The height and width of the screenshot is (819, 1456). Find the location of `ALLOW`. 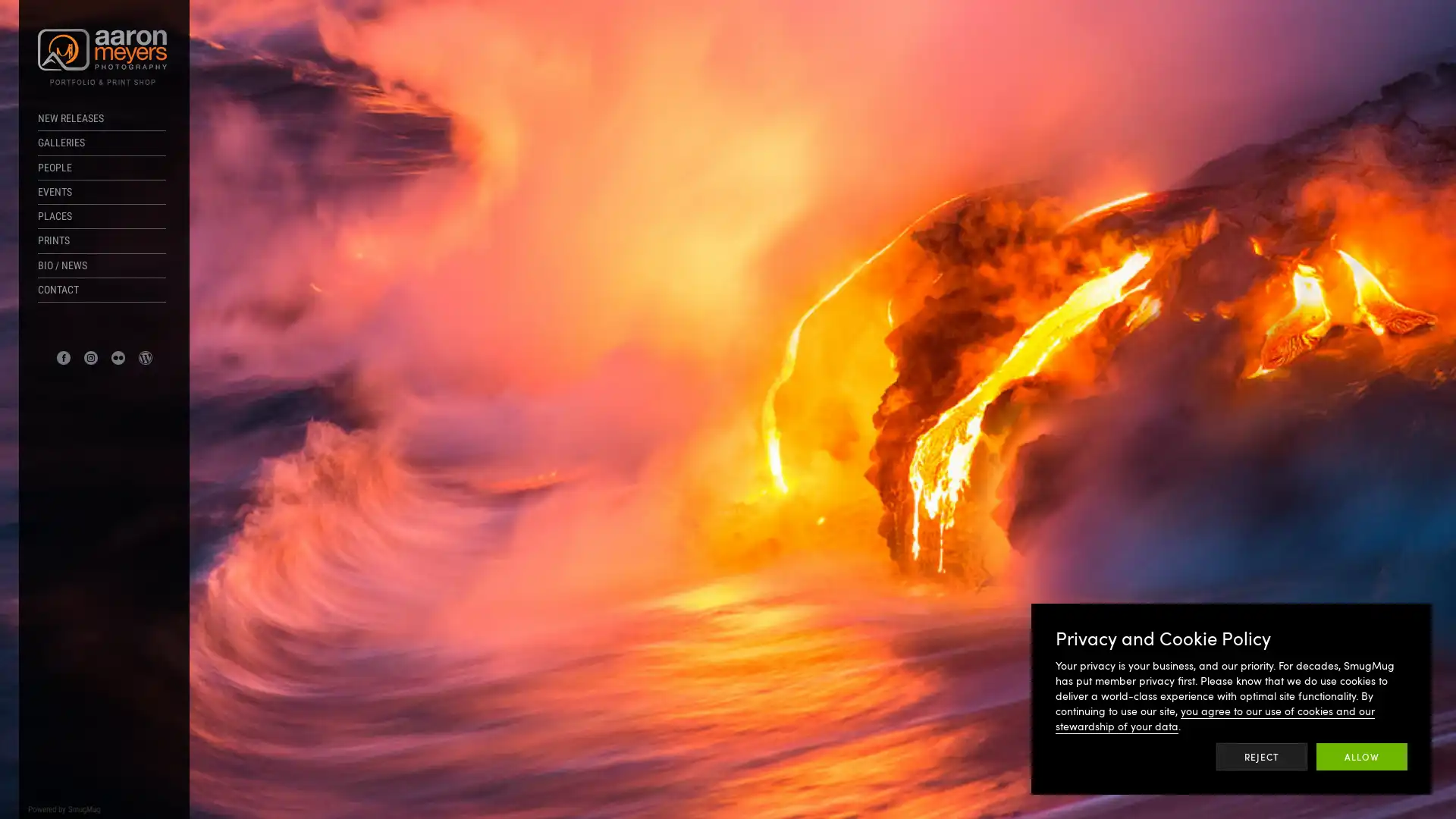

ALLOW is located at coordinates (1361, 757).